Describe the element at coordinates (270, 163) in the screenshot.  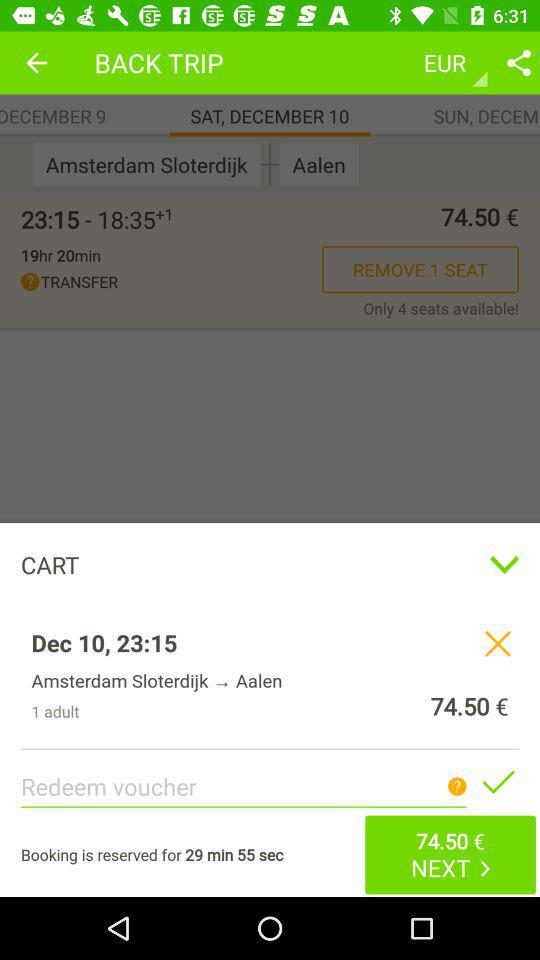
I see `the item to the left of aalen item` at that location.